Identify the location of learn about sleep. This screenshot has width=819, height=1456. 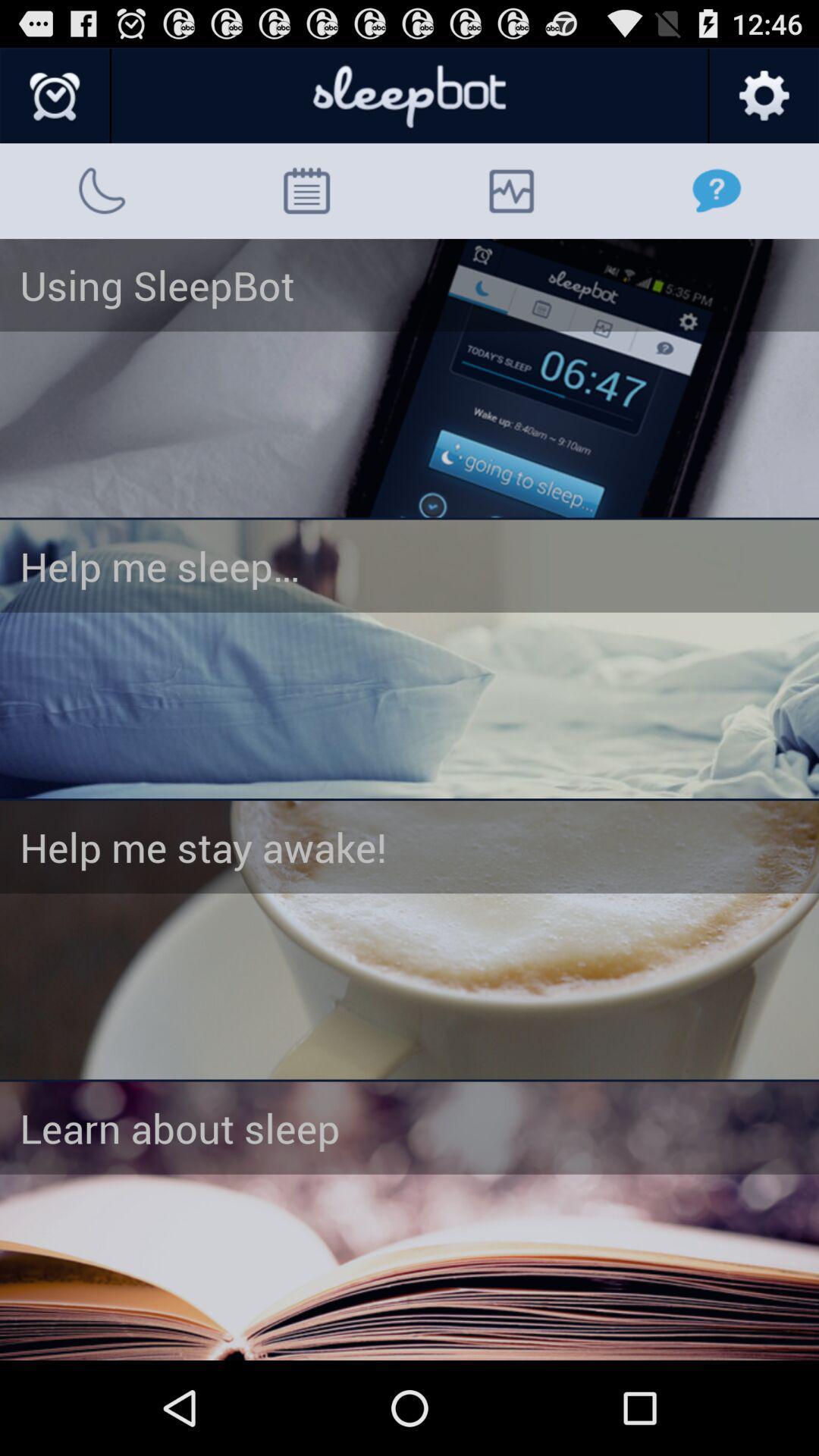
(409, 1221).